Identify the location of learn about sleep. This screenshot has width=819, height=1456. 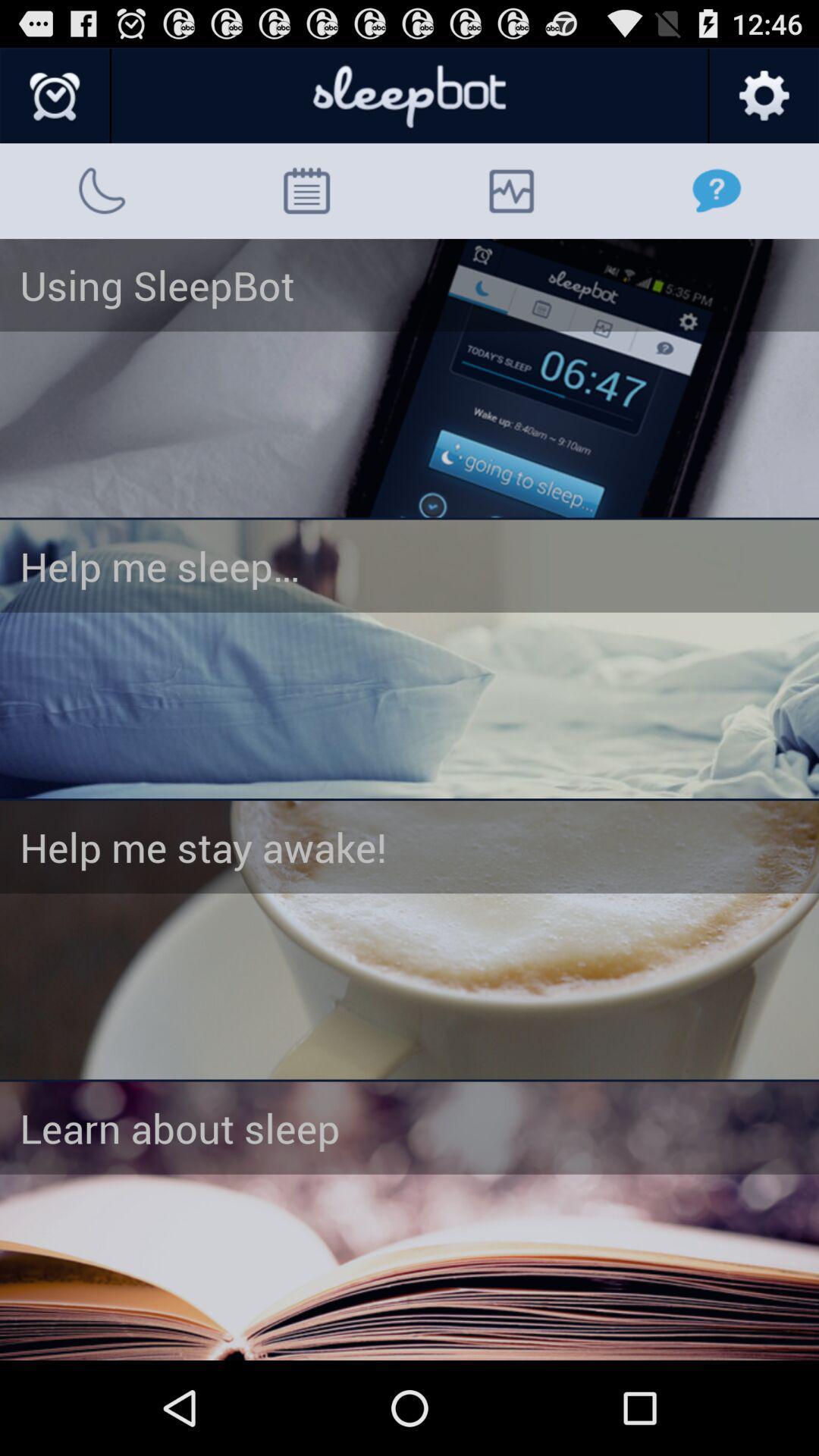
(409, 1221).